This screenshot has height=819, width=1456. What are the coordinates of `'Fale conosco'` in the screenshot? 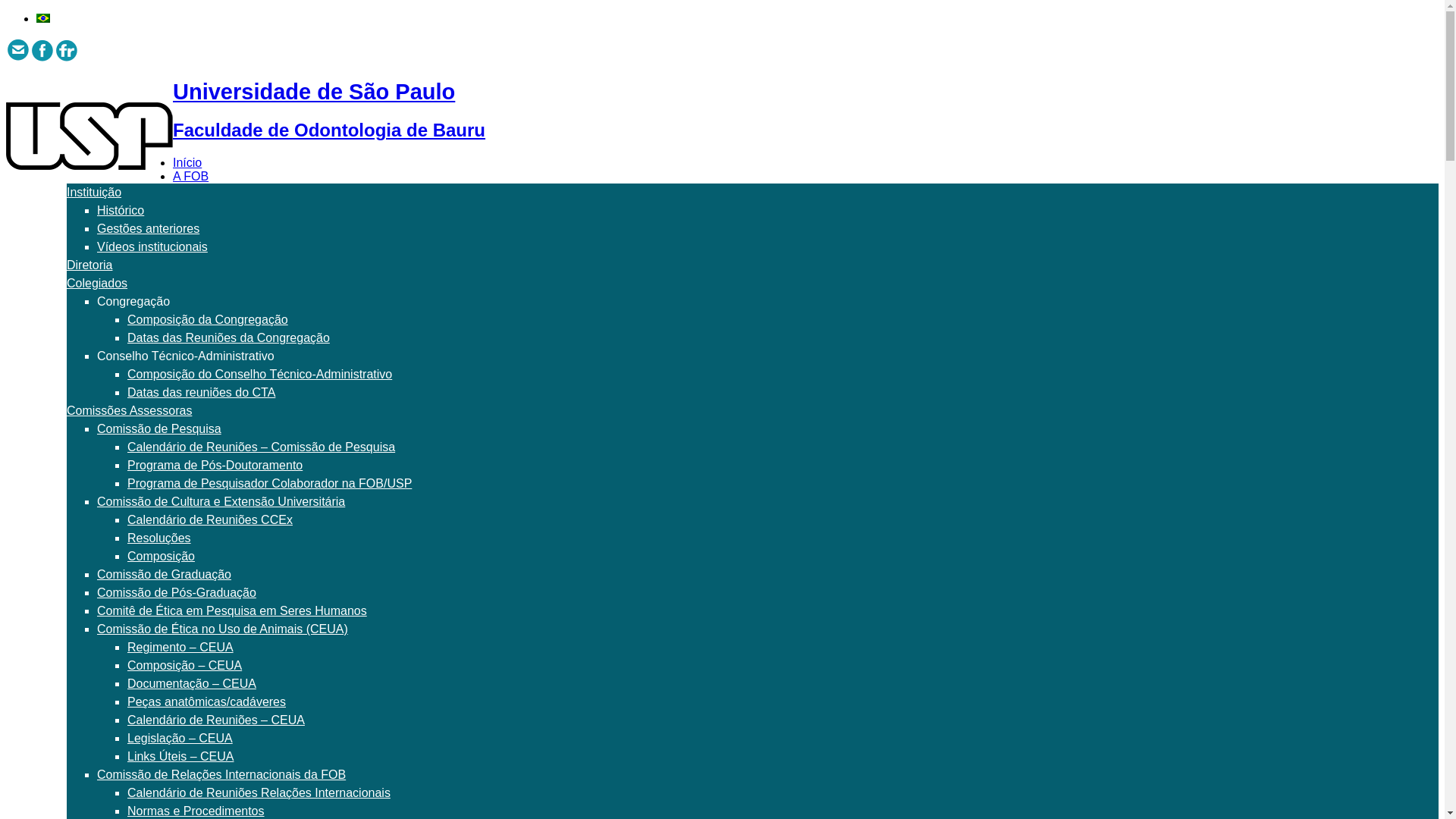 It's located at (18, 49).